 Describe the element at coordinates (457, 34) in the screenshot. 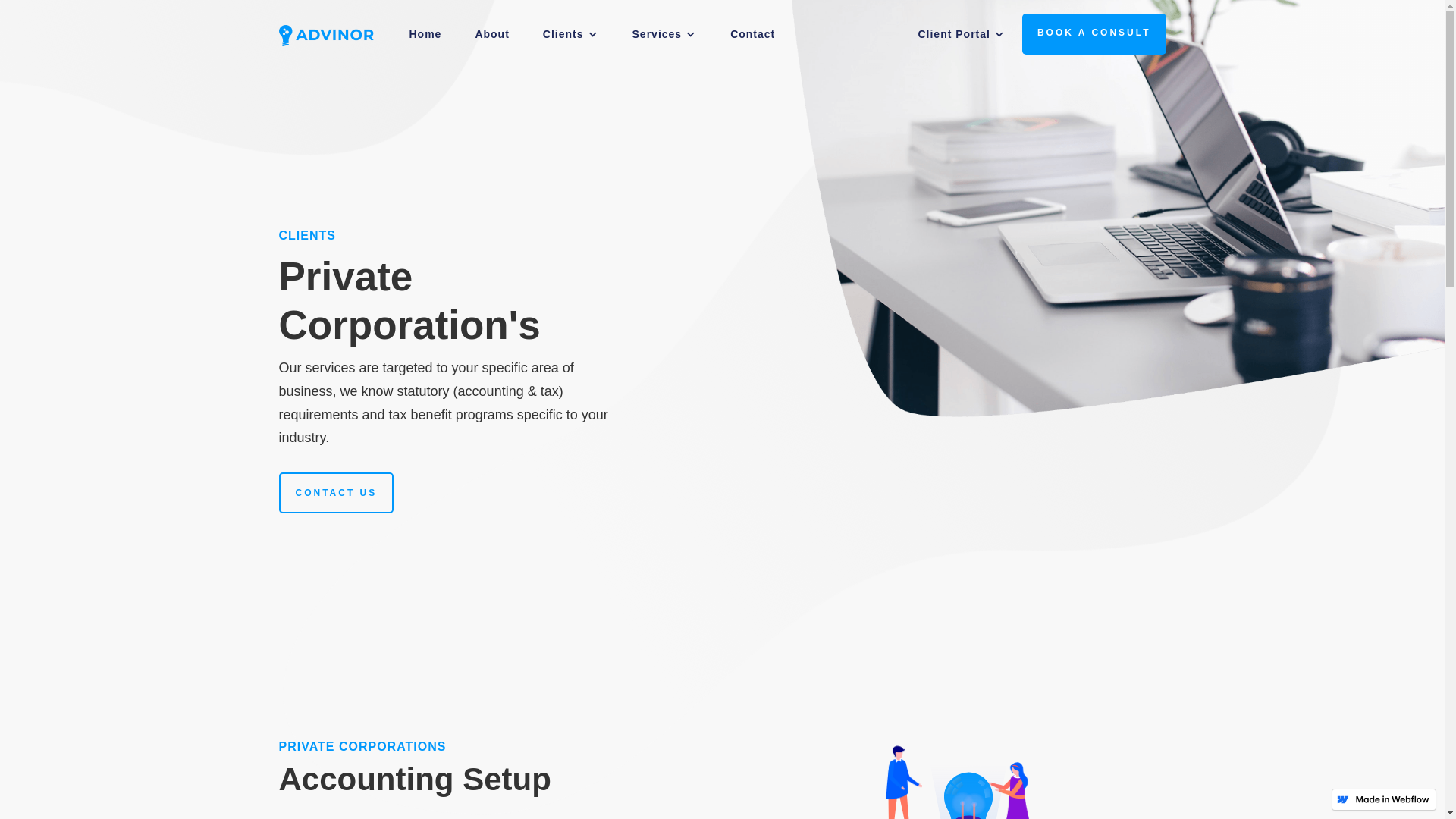

I see `'About'` at that location.